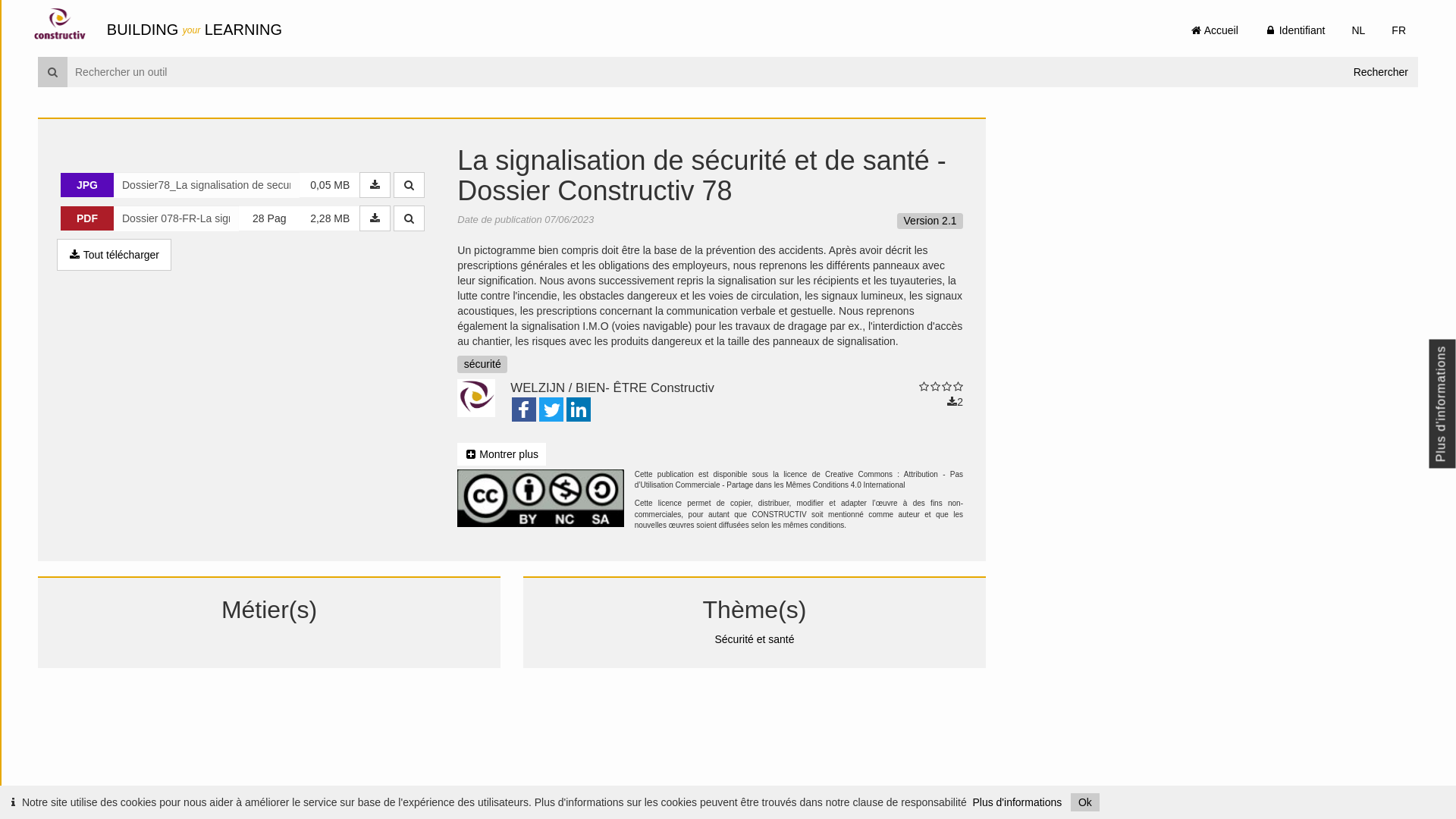  What do you see at coordinates (501, 453) in the screenshot?
I see `' Montrer plus'` at bounding box center [501, 453].